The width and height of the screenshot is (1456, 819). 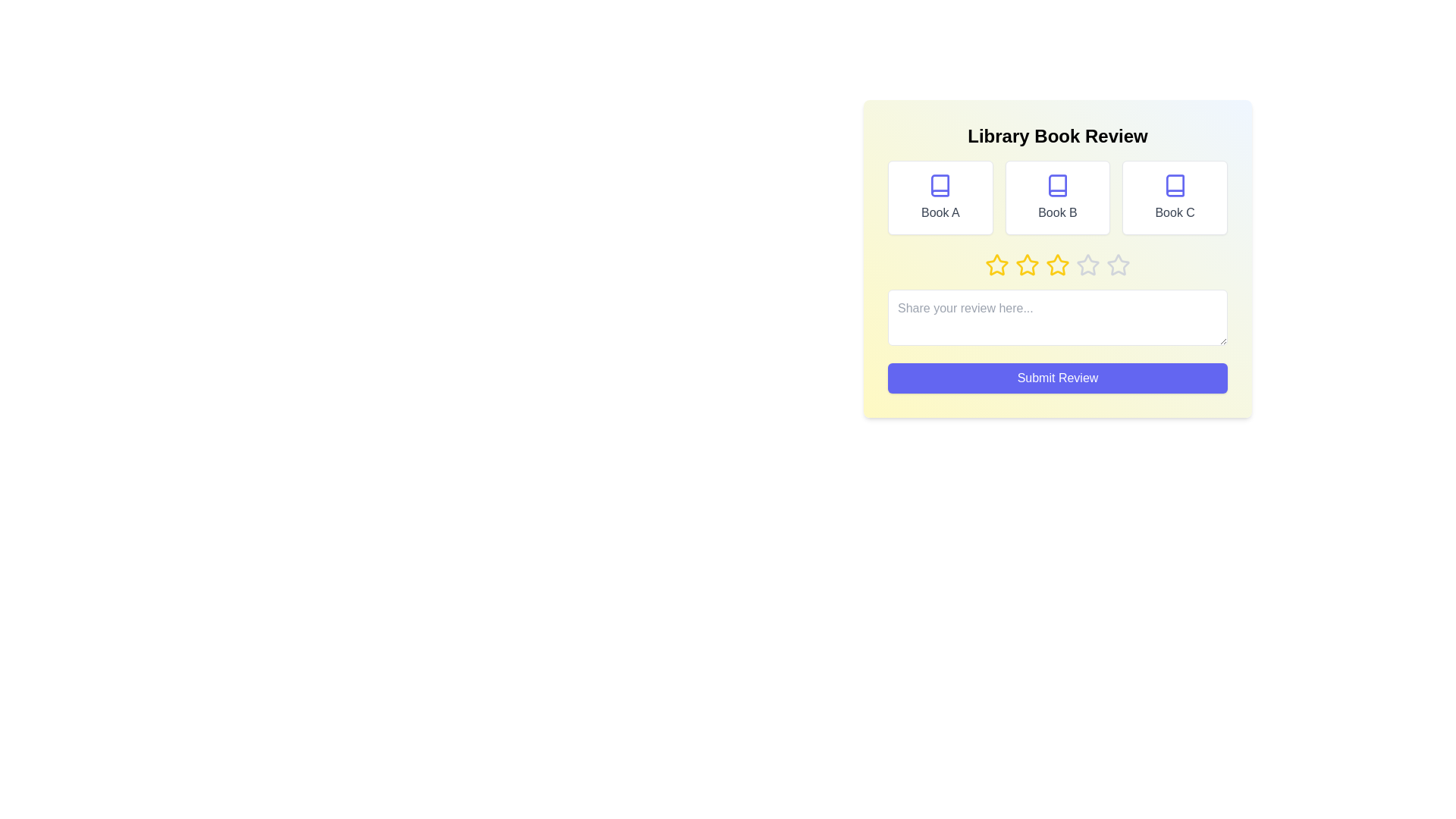 I want to click on the star corresponding to 1 to preview the rating, so click(x=997, y=265).